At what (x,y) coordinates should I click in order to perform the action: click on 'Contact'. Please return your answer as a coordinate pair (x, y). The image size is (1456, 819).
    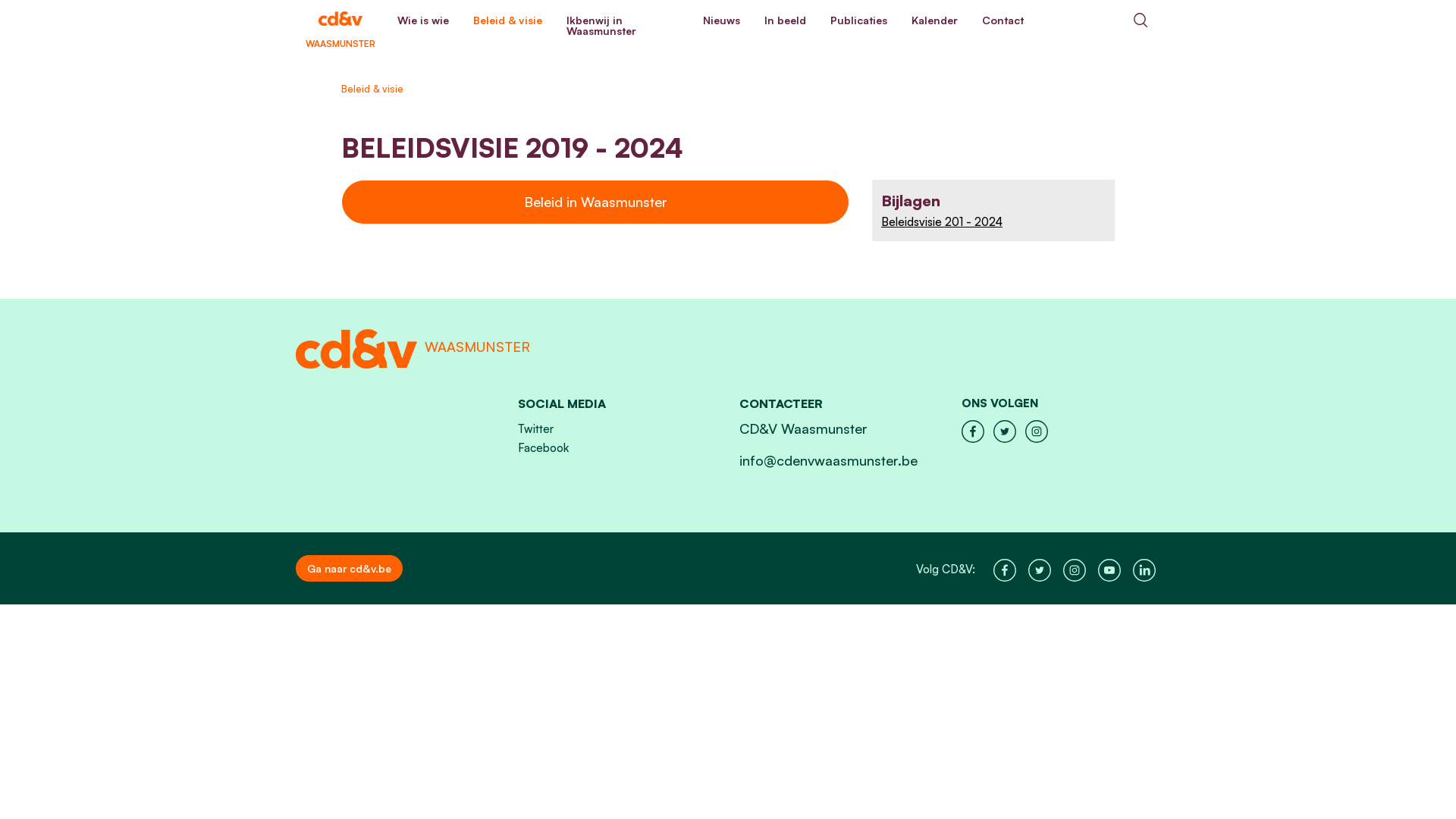
    Looking at the image, I should click on (1003, 20).